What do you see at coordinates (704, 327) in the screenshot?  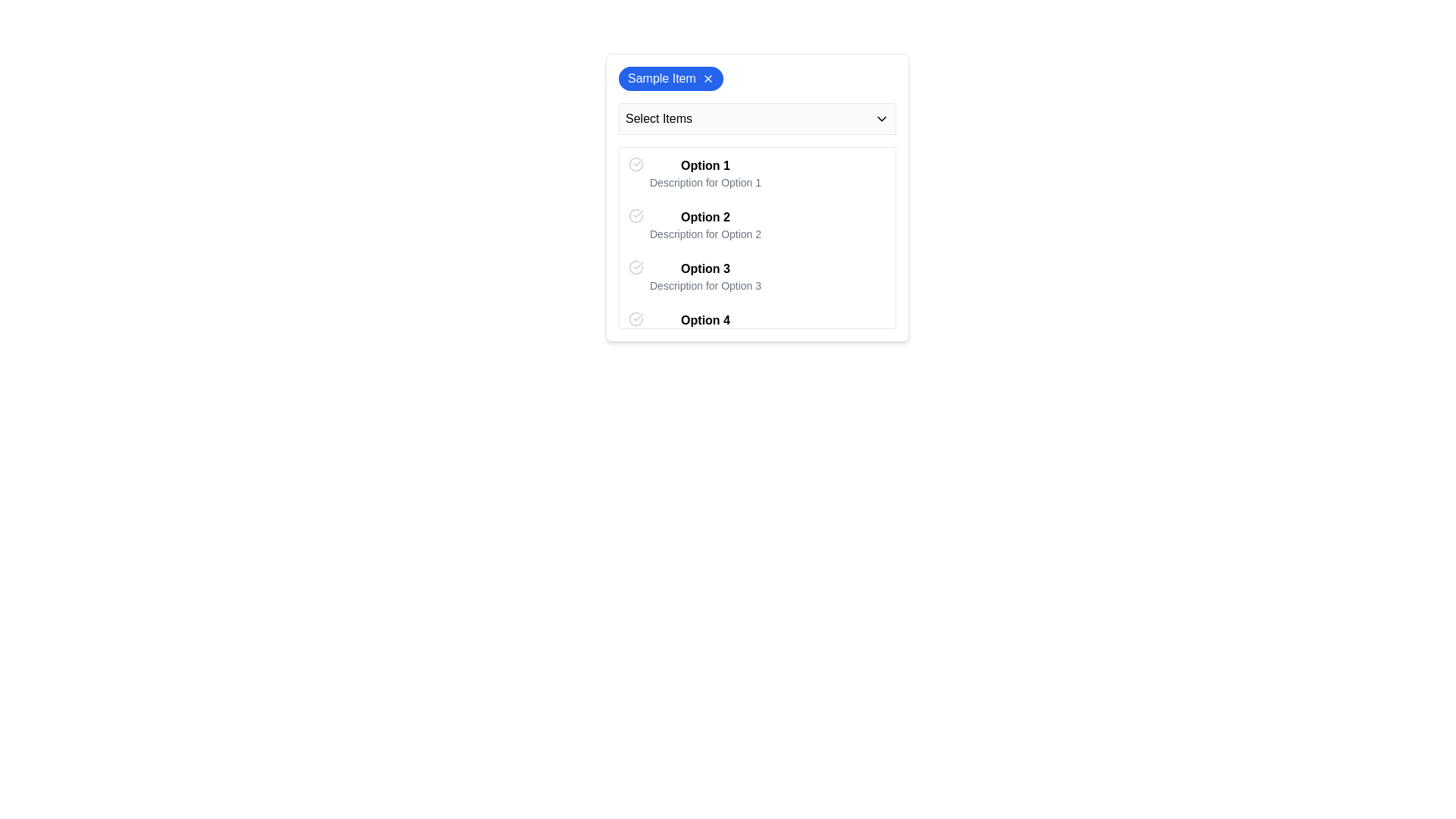 I see `the selectable list item labeled 'Option 4'` at bounding box center [704, 327].